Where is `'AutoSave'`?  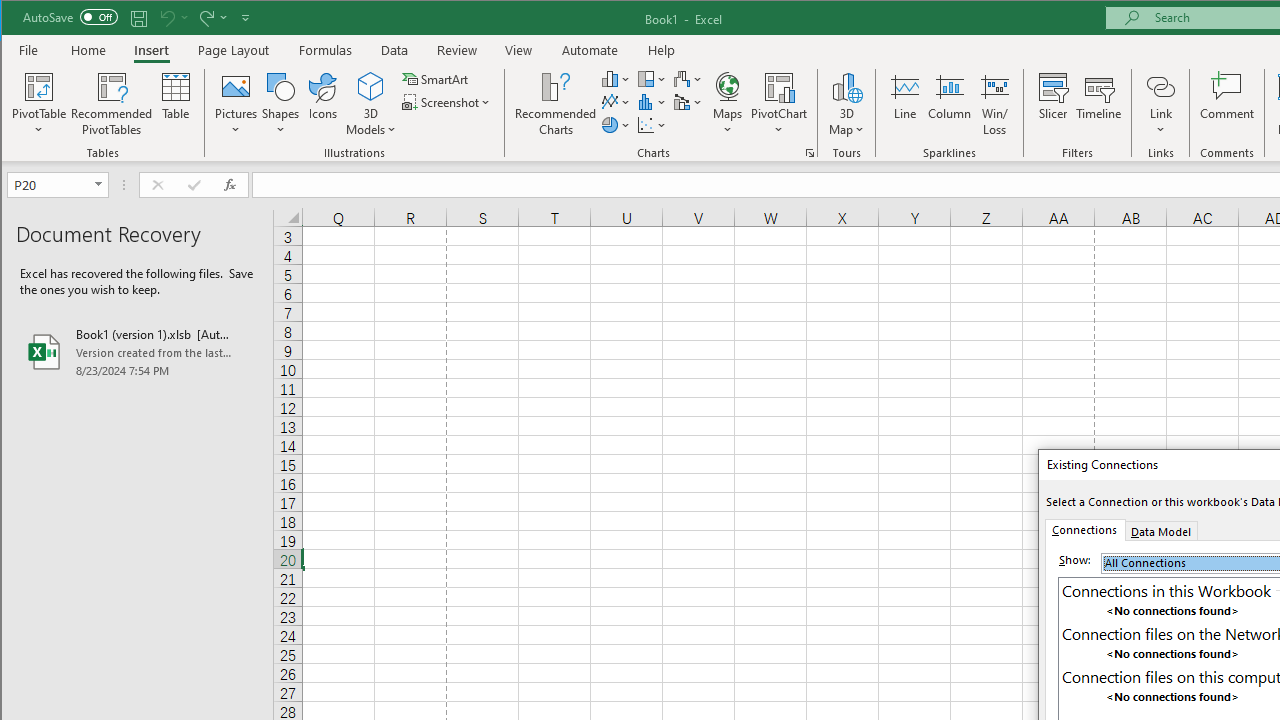
'AutoSave' is located at coordinates (70, 17).